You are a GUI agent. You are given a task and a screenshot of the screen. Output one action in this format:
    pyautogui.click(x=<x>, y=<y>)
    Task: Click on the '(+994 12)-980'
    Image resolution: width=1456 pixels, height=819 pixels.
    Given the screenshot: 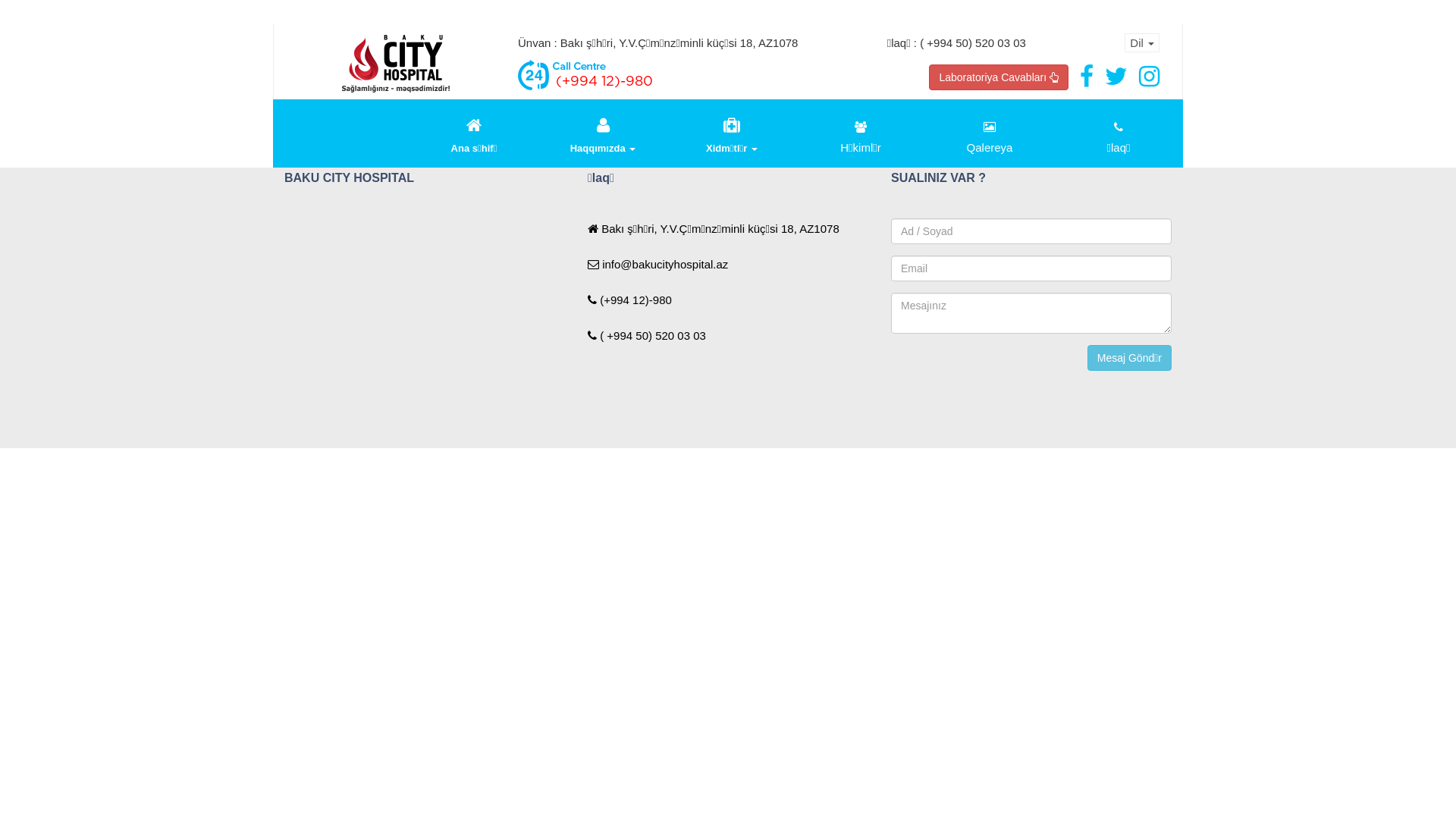 What is the action you would take?
    pyautogui.click(x=629, y=300)
    